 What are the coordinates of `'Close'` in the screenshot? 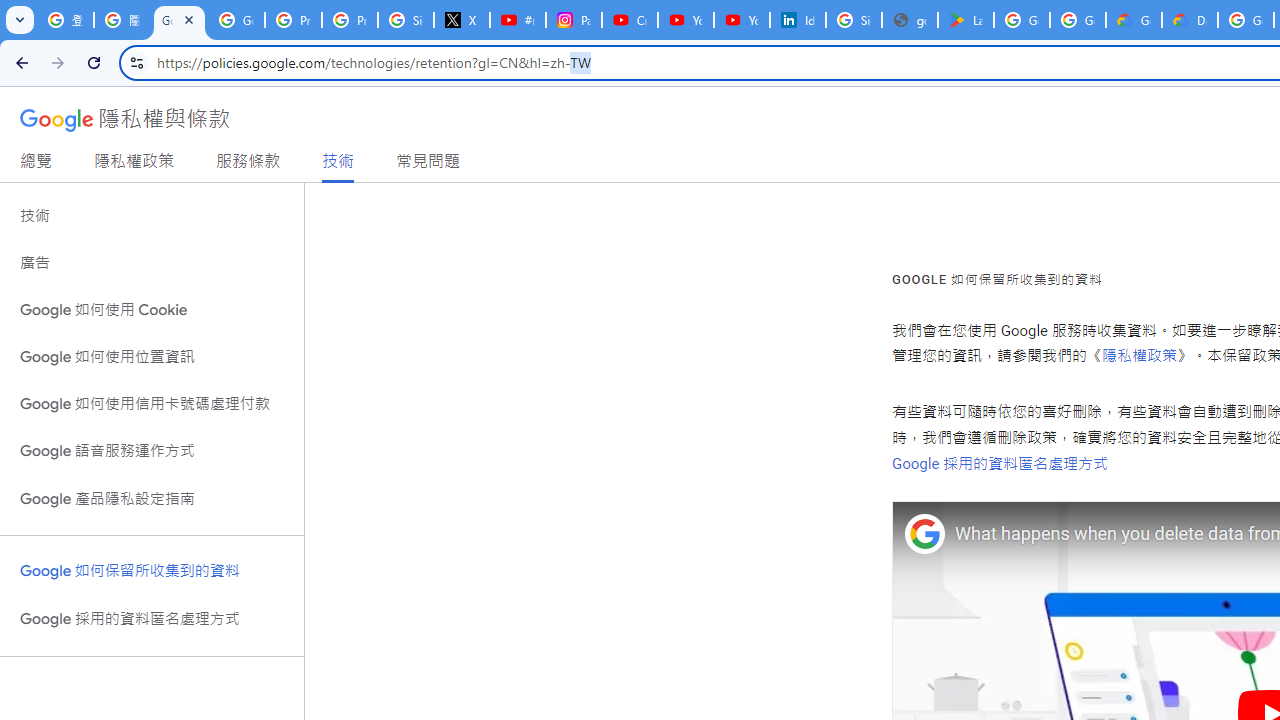 It's located at (189, 19).